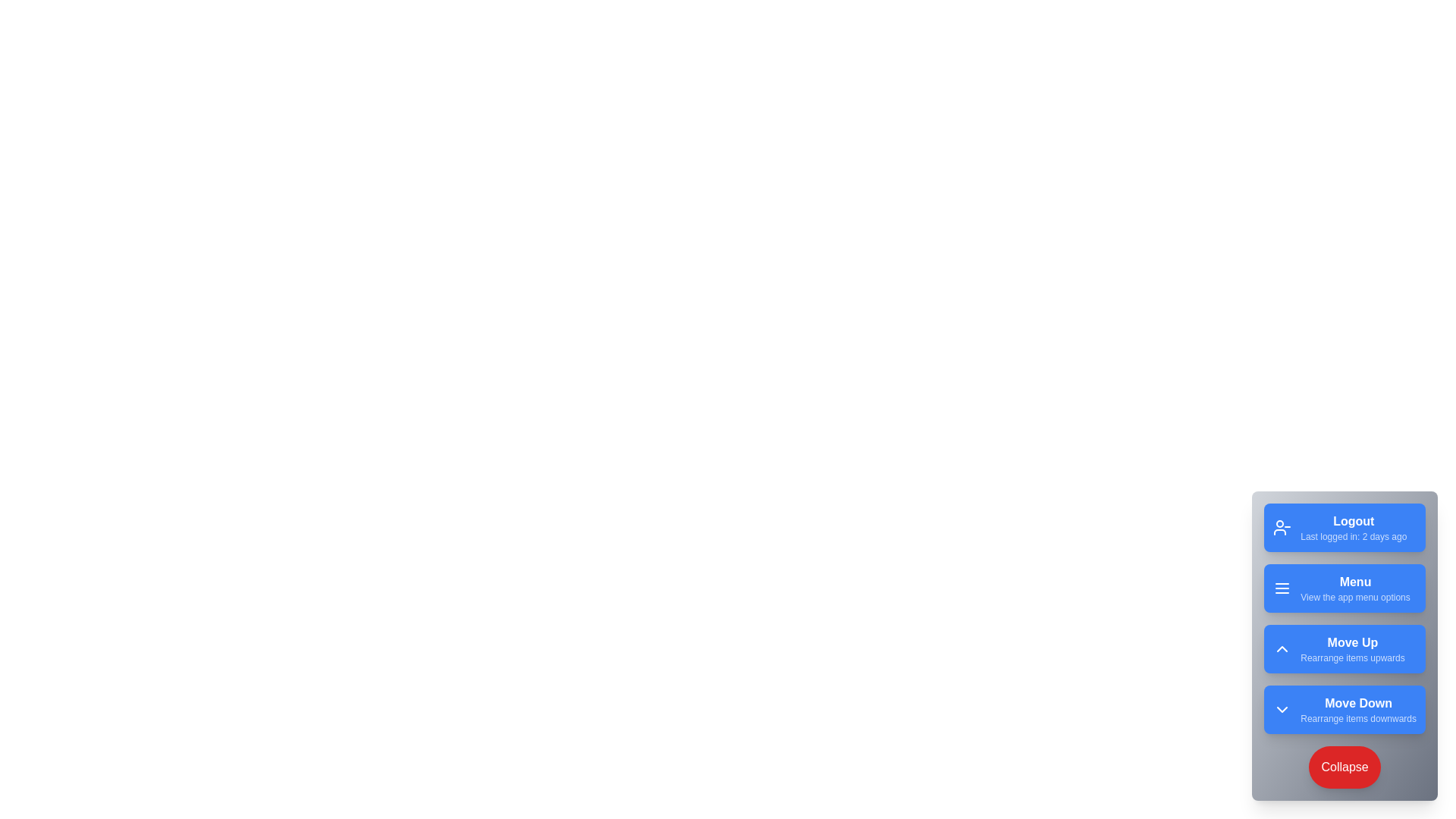  I want to click on the blue rectangular button with rounded corners labeled 'Menu' that activates menu options, located below the 'Logout' button and above the 'Move Up' button in the vertical list, so click(1345, 587).